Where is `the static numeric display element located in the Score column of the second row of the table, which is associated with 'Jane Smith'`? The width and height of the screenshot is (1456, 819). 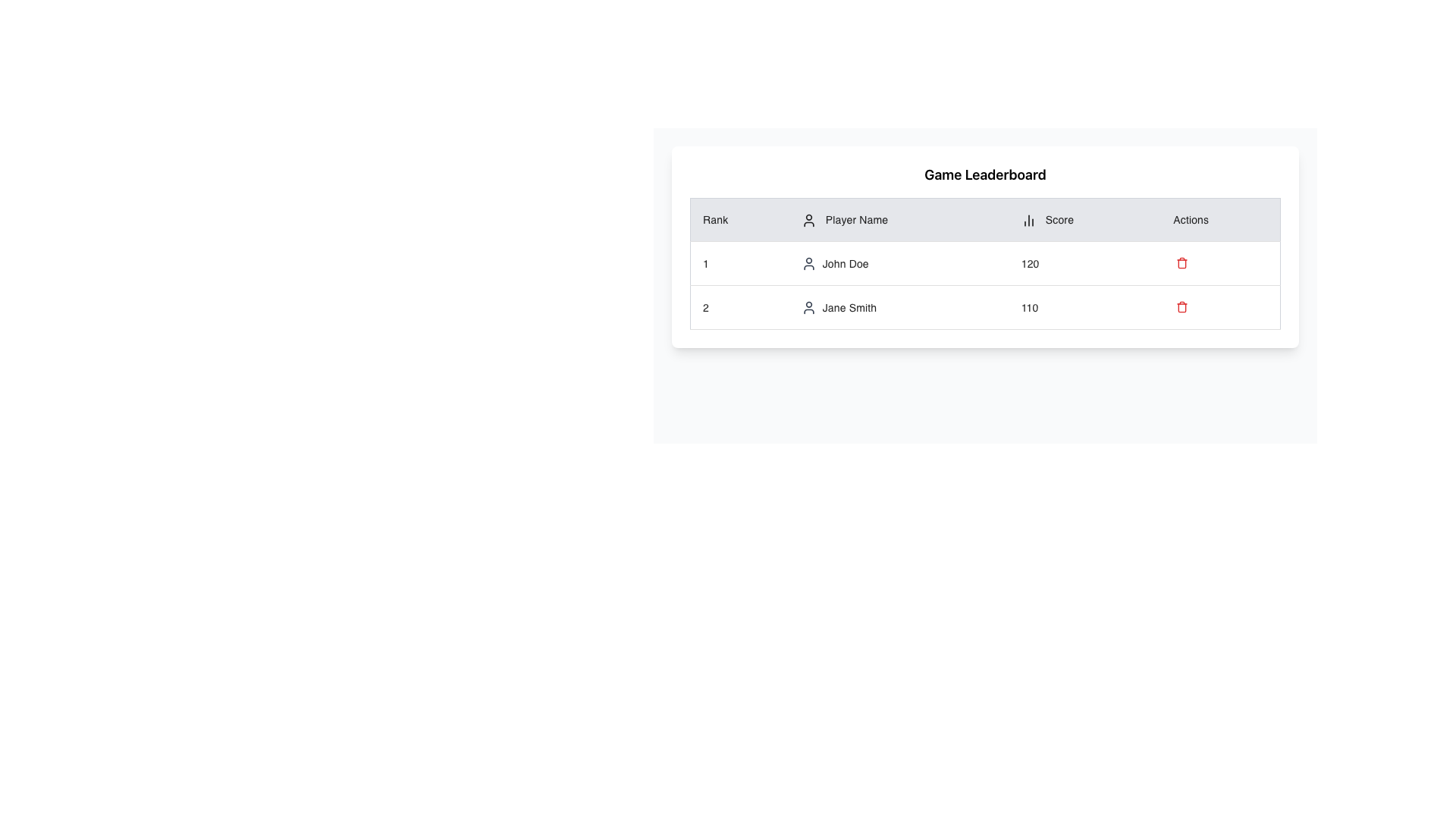 the static numeric display element located in the Score column of the second row of the table, which is associated with 'Jane Smith' is located at coordinates (1084, 307).